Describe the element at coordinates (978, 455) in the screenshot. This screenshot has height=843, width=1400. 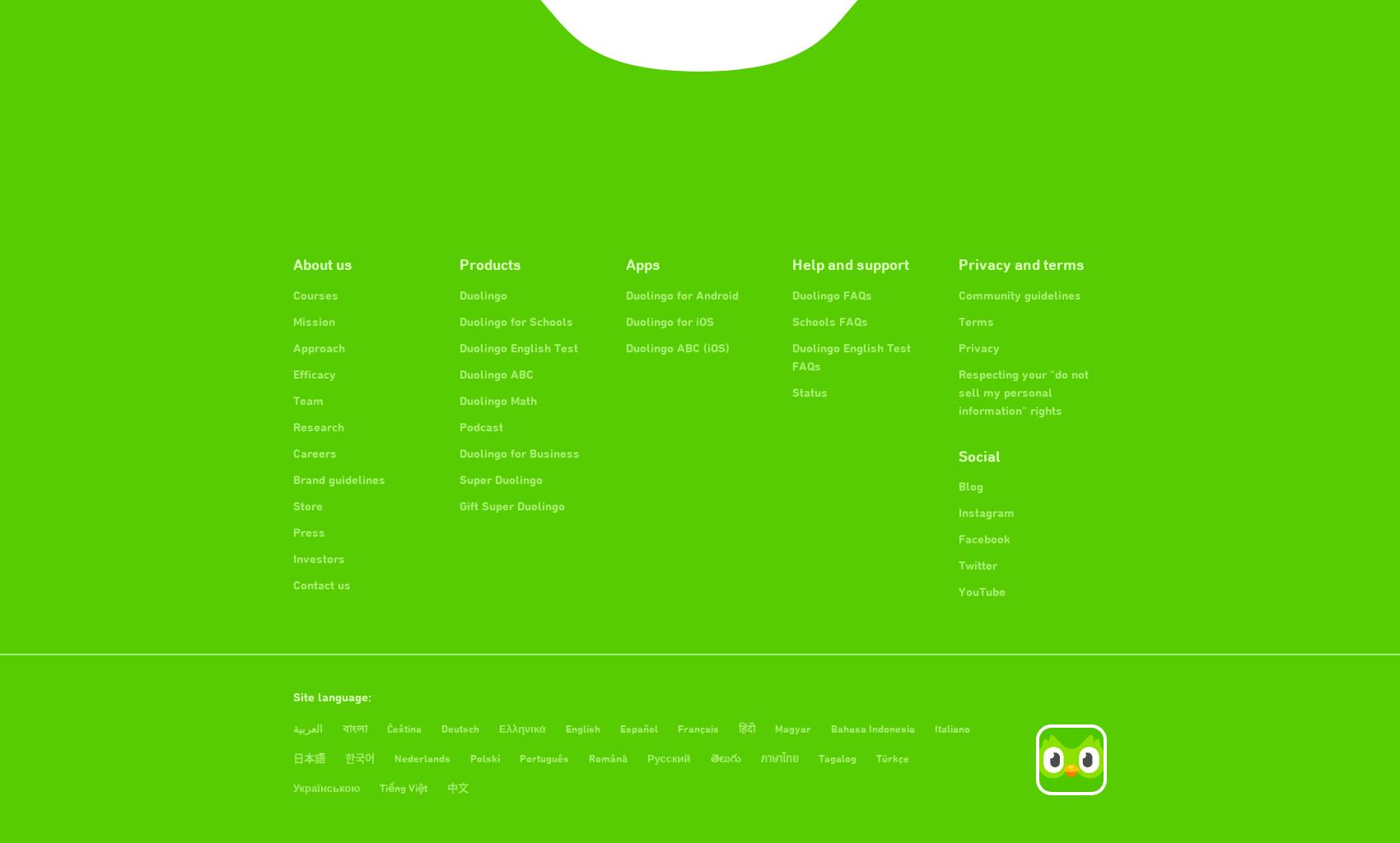
I see `'Social'` at that location.